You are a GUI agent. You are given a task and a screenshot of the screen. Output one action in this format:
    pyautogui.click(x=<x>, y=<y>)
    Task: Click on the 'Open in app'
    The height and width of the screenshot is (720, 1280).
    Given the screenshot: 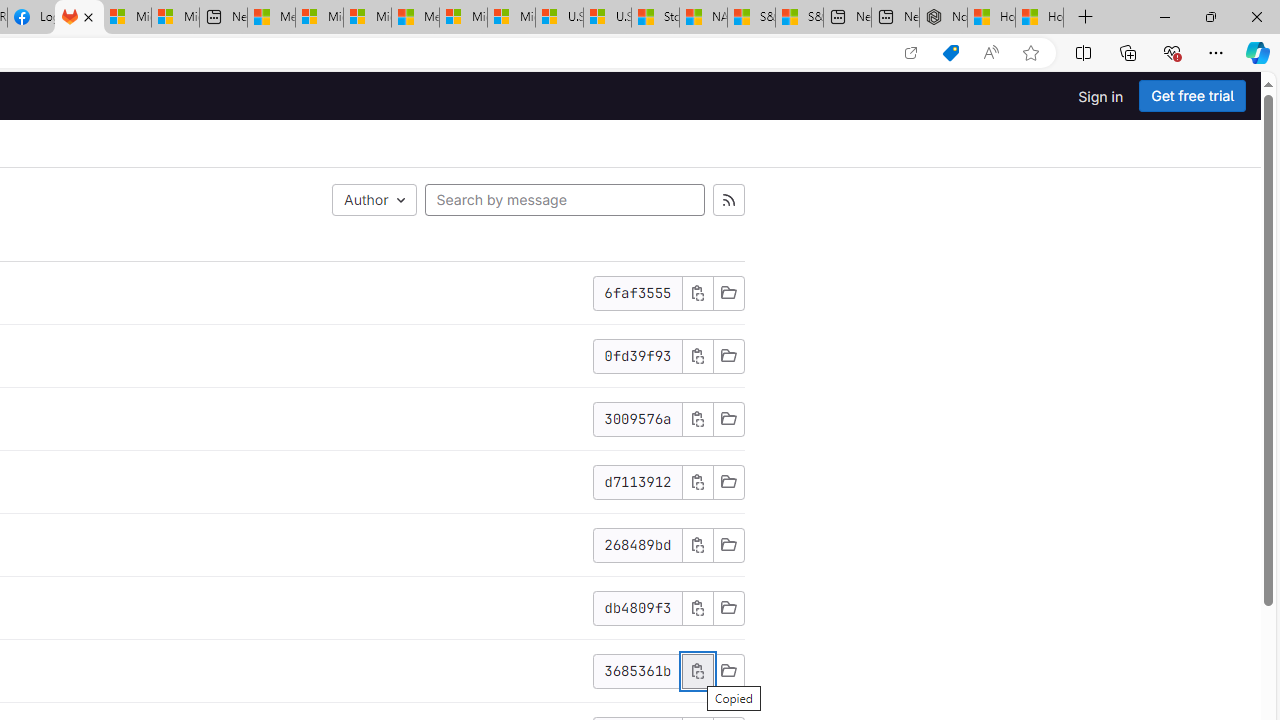 What is the action you would take?
    pyautogui.click(x=909, y=52)
    